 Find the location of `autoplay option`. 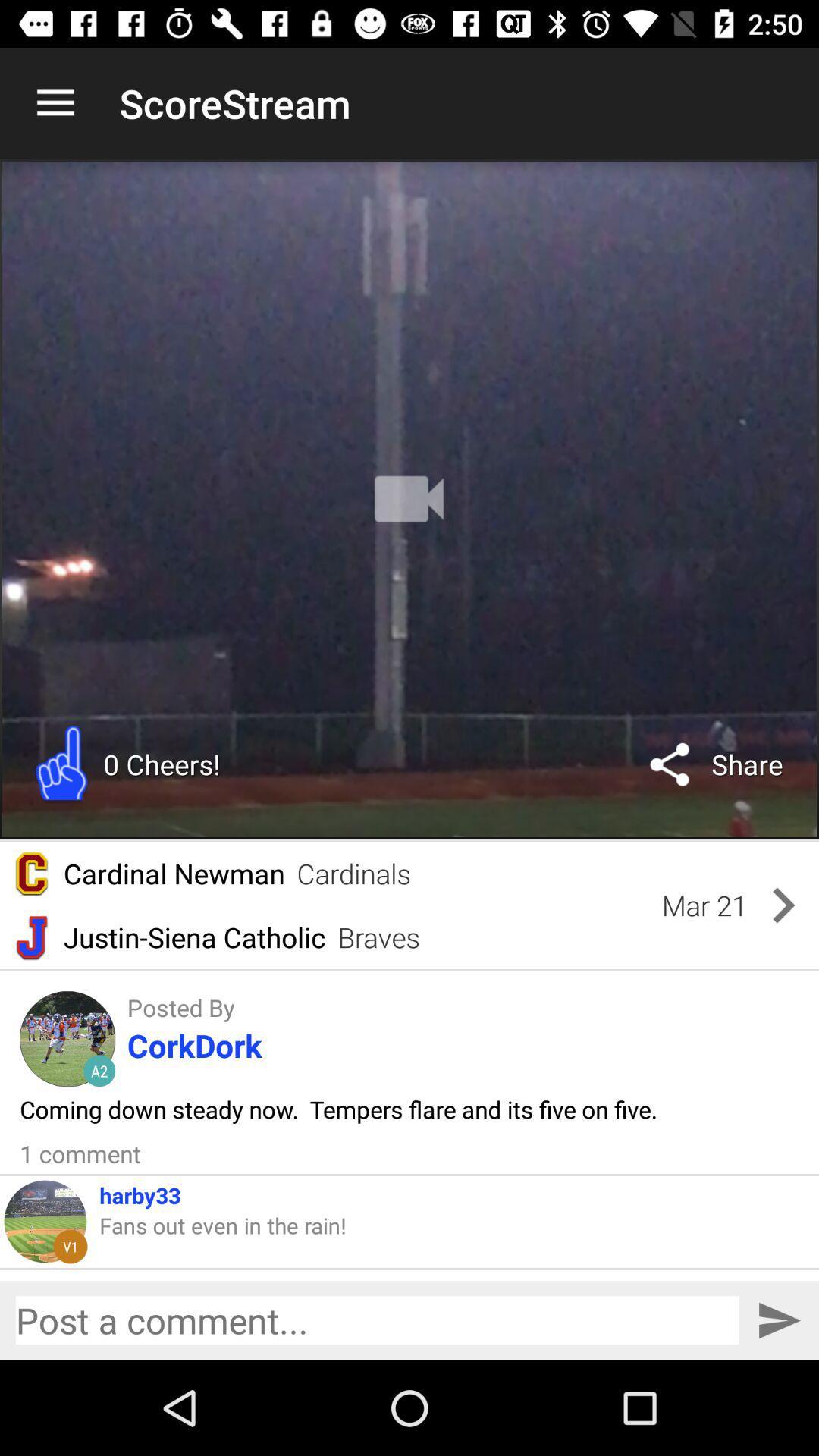

autoplay option is located at coordinates (409, 499).